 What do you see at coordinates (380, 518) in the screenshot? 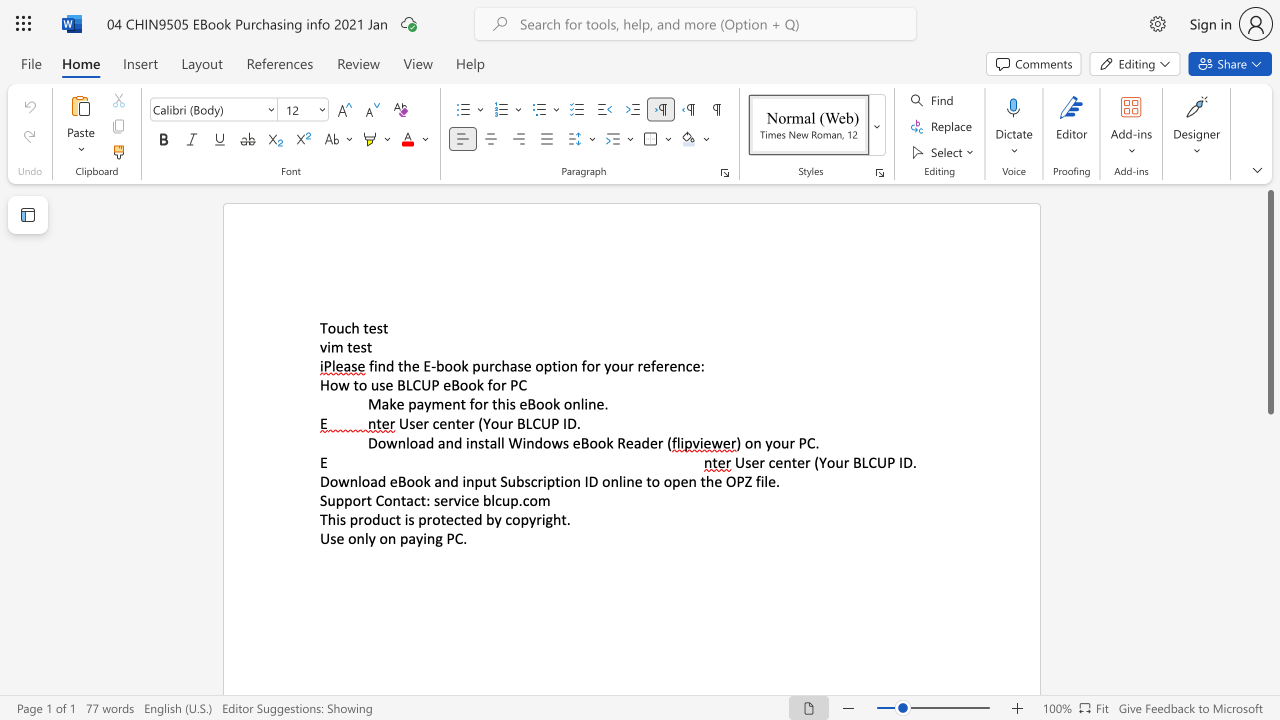
I see `the space between the continuous character "d" and "u" in the text` at bounding box center [380, 518].